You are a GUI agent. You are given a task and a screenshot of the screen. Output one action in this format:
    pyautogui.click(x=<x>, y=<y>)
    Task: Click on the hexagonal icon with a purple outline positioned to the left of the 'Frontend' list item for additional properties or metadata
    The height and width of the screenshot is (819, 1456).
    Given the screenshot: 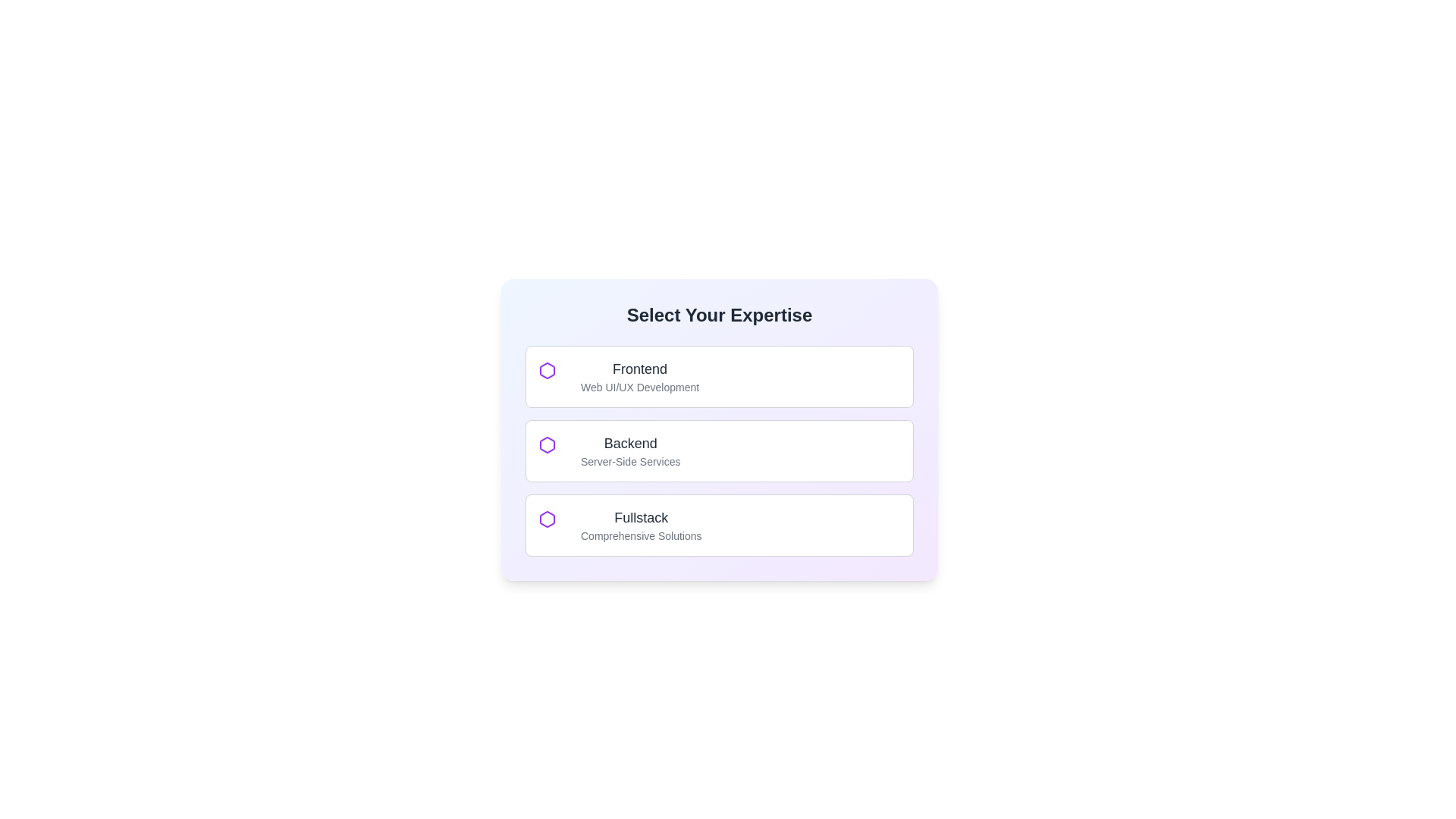 What is the action you would take?
    pyautogui.click(x=546, y=371)
    